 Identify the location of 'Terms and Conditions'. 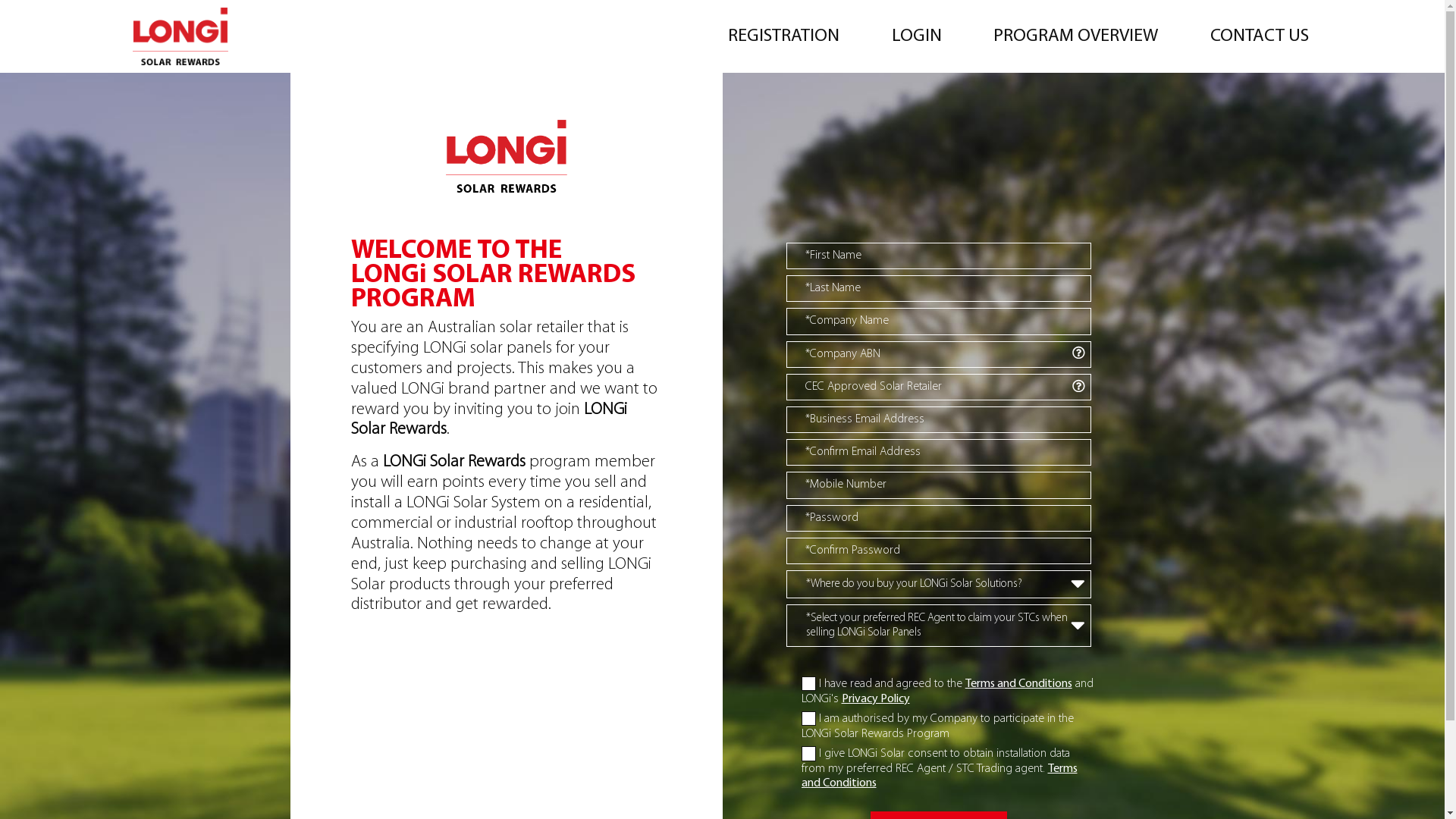
(1018, 684).